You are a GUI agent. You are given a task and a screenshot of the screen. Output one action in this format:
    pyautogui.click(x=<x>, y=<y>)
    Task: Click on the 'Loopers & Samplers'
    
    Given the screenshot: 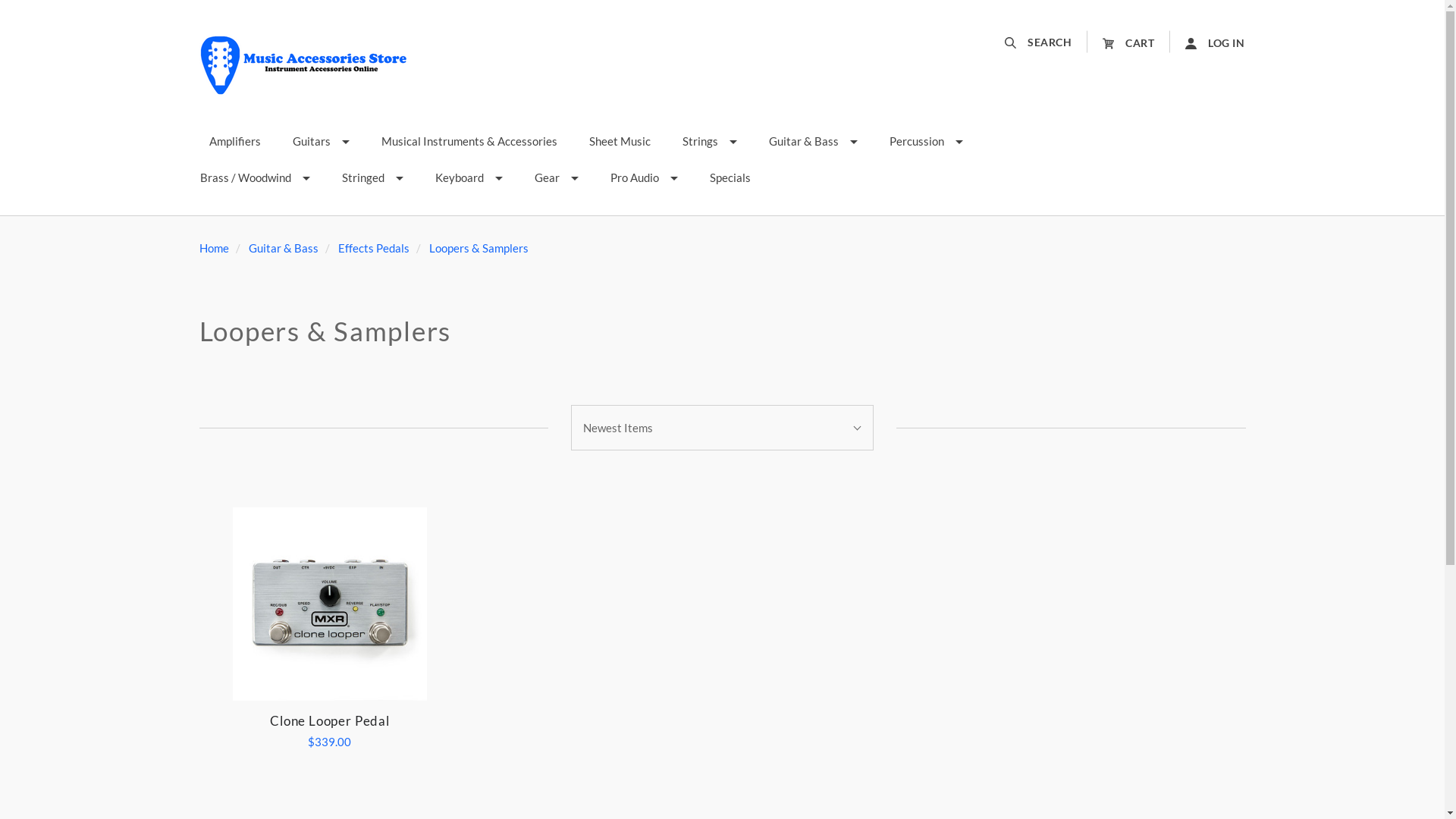 What is the action you would take?
    pyautogui.click(x=478, y=247)
    